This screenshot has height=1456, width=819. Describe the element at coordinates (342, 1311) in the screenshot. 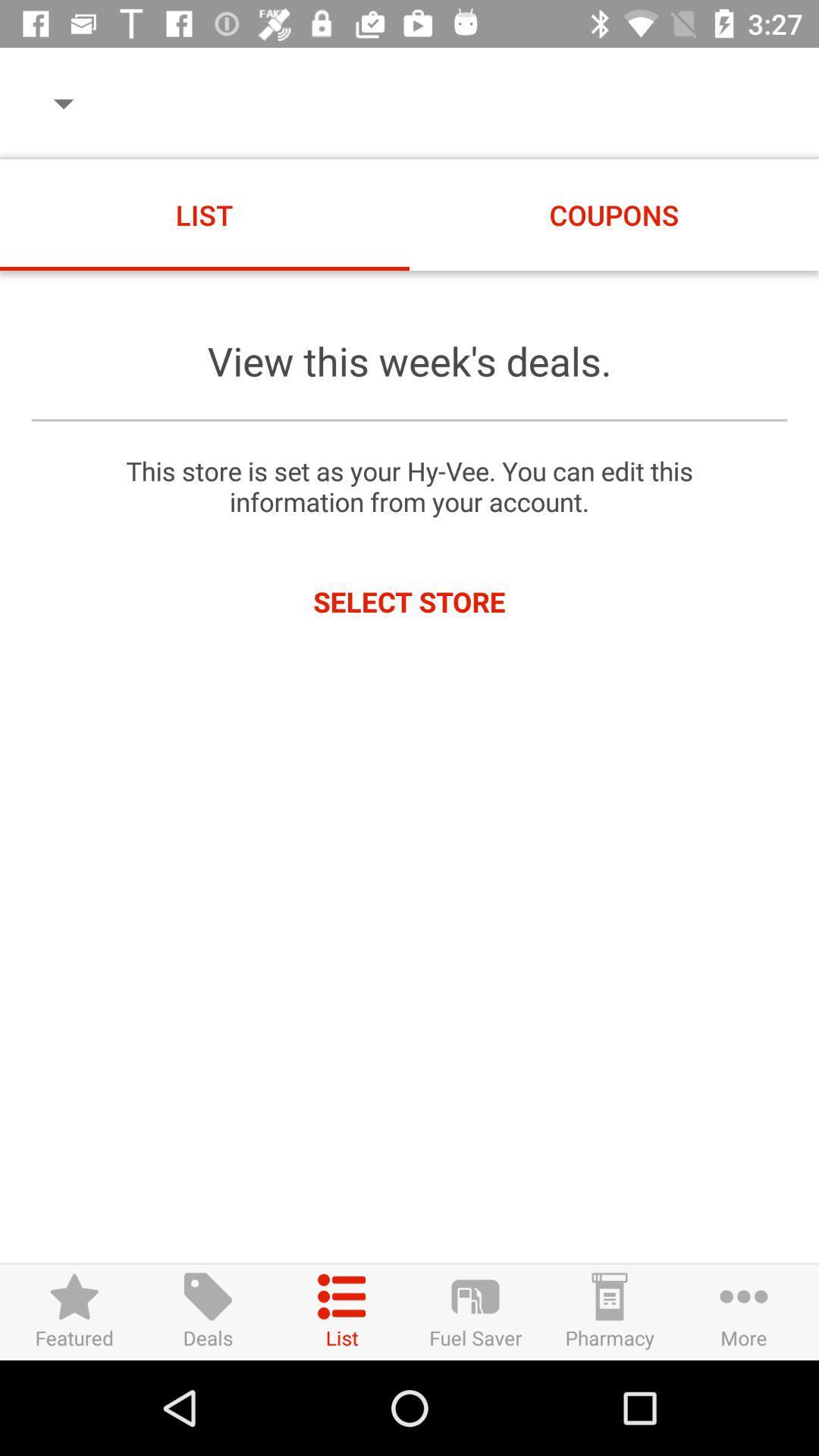

I see `button between the fuel and fuel saver` at that location.